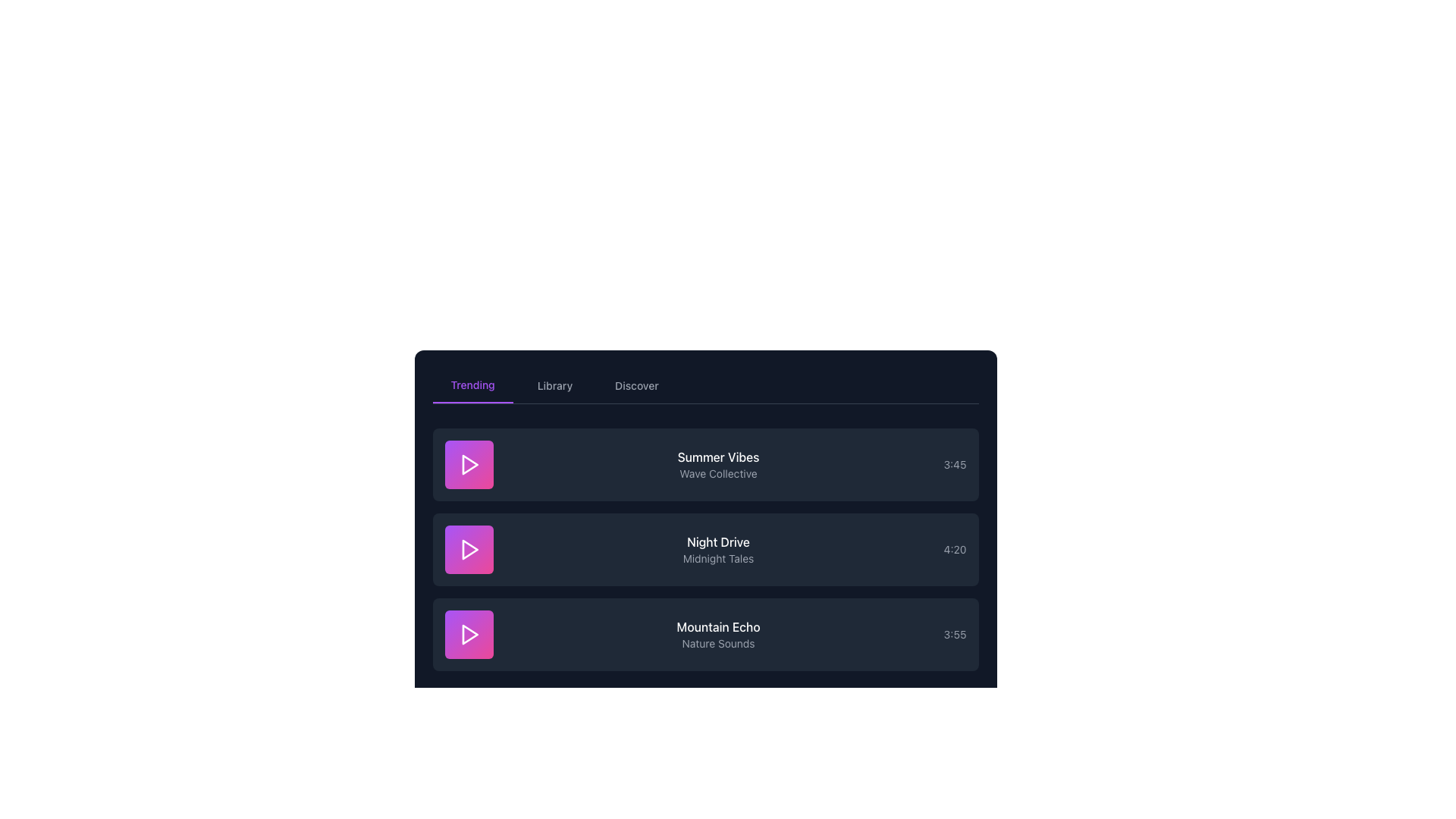 The width and height of the screenshot is (1456, 819). I want to click on the pink triangular play icon located under the 'Trending' tab, which is the topmost of three similar icons, so click(469, 464).